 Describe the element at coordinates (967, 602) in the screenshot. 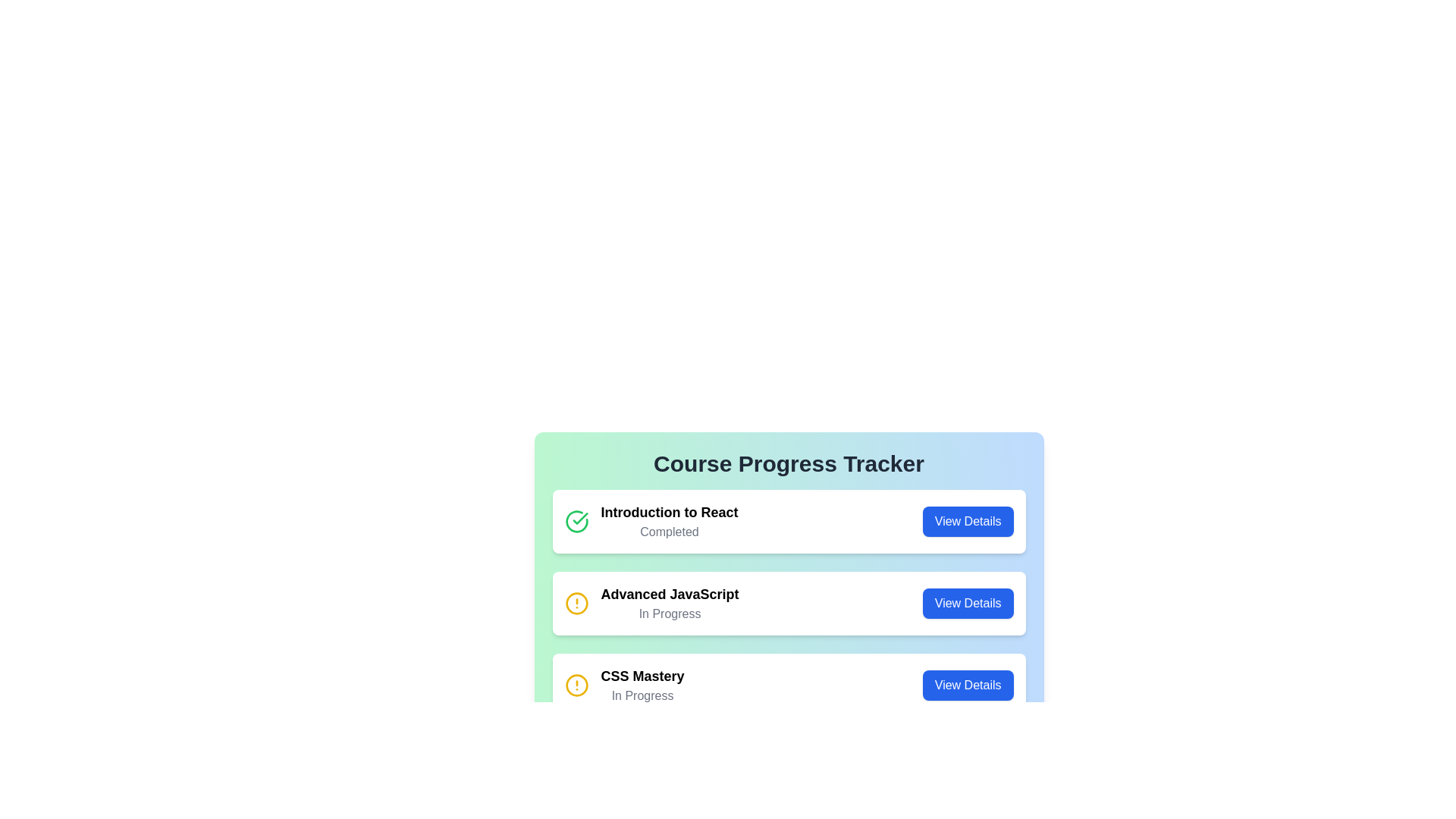

I see `the rectangular button with a blue background and white text reading 'View Details' located in the 'Advanced JavaScript' course section` at that location.